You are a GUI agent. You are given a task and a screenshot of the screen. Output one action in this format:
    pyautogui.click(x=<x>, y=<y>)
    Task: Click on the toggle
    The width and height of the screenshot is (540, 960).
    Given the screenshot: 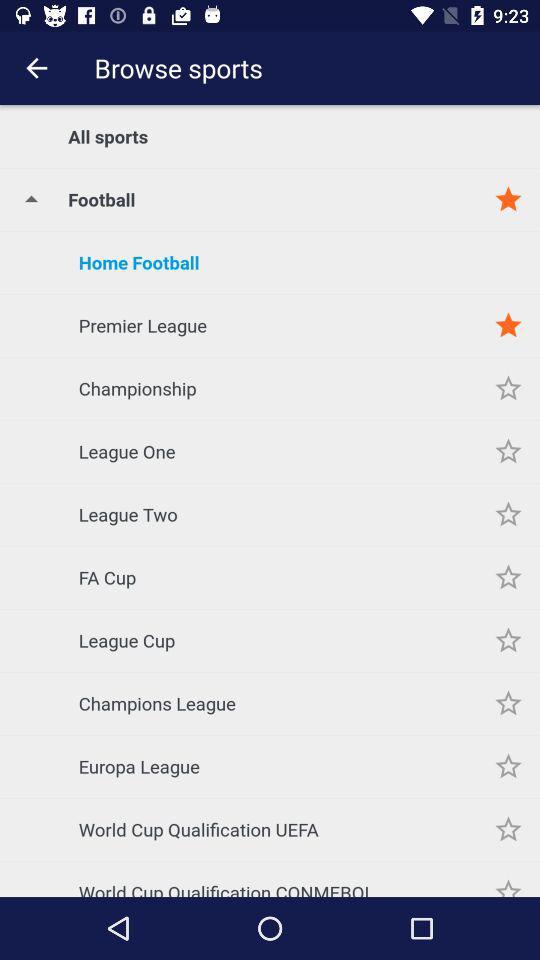 What is the action you would take?
    pyautogui.click(x=508, y=451)
    